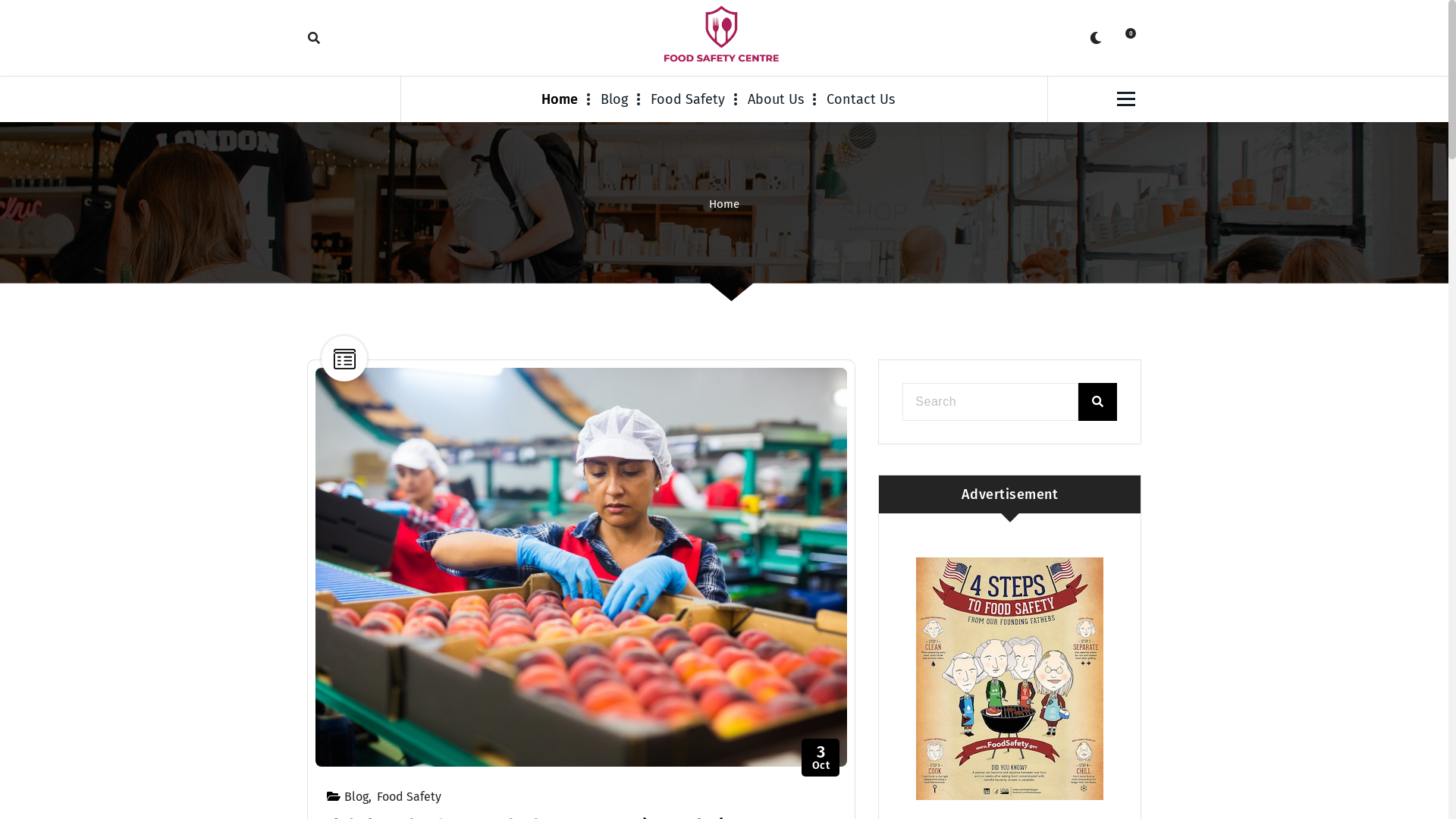 This screenshot has height=819, width=1456. I want to click on 'Contact Us', so click(860, 99).